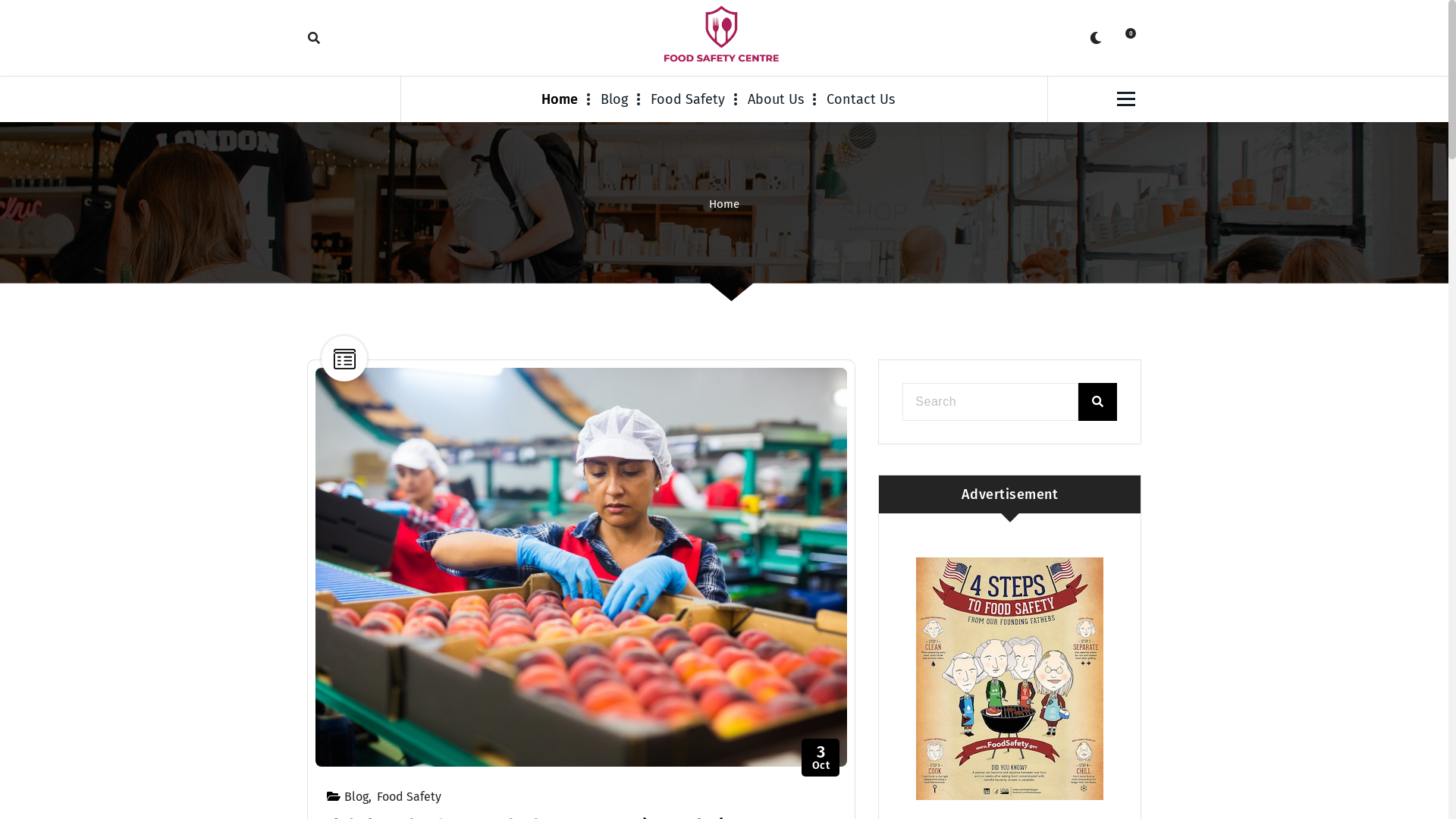 This screenshot has height=819, width=1456. I want to click on 'Contact Us', so click(860, 99).